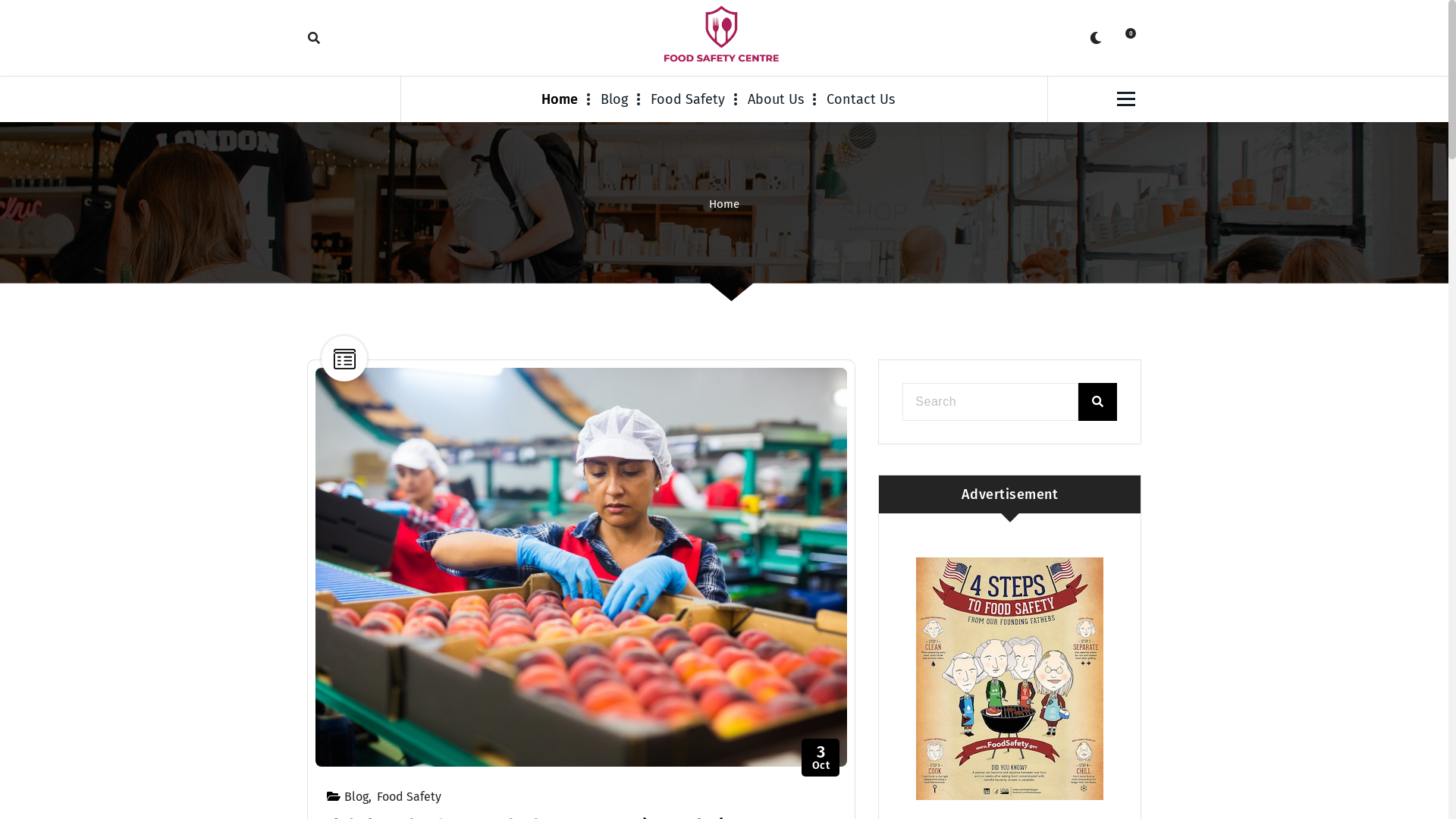 This screenshot has height=819, width=1456. I want to click on 'Contact Us', so click(860, 99).